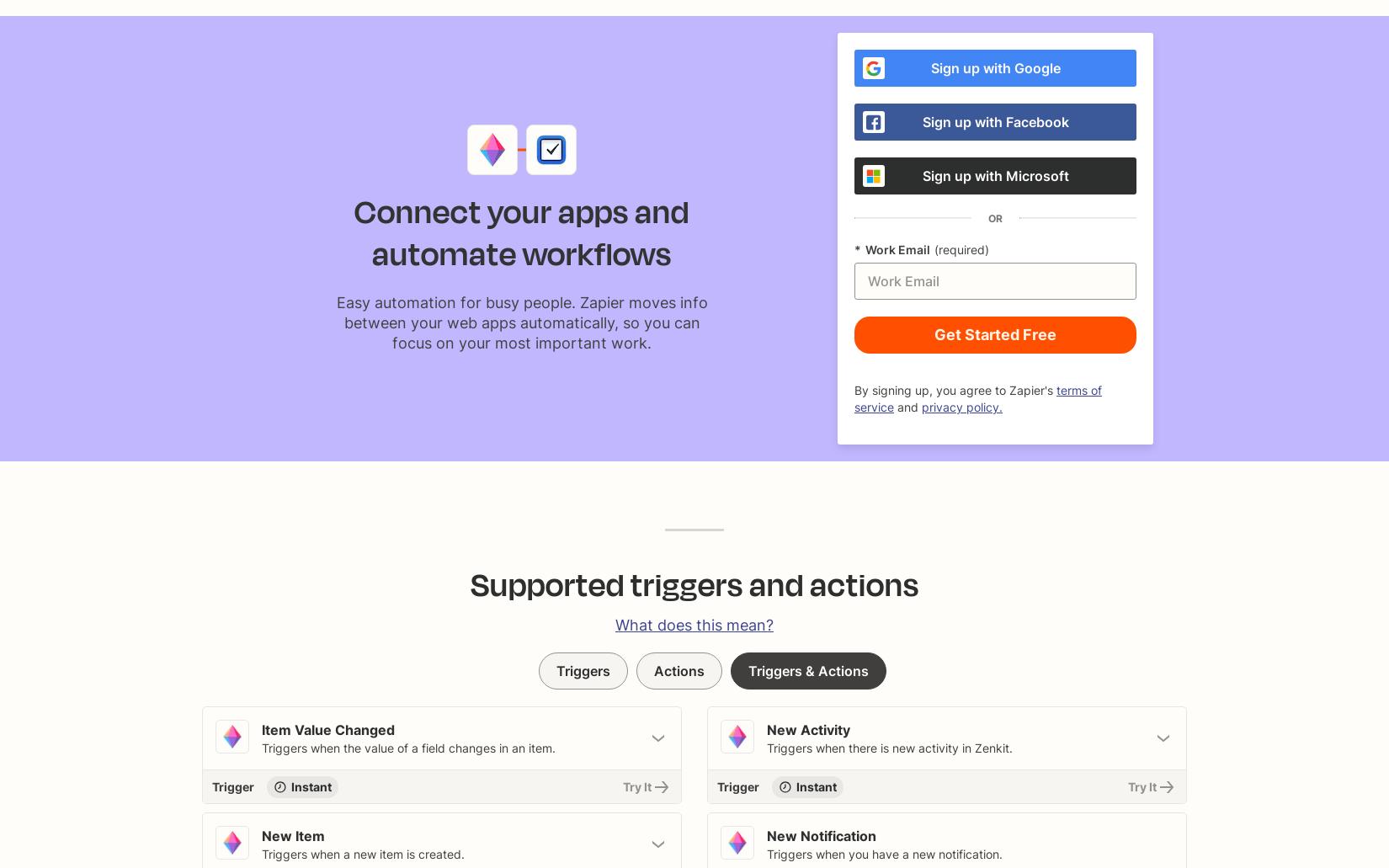 The height and width of the screenshot is (868, 1389). What do you see at coordinates (995, 333) in the screenshot?
I see `'Get Started Free'` at bounding box center [995, 333].